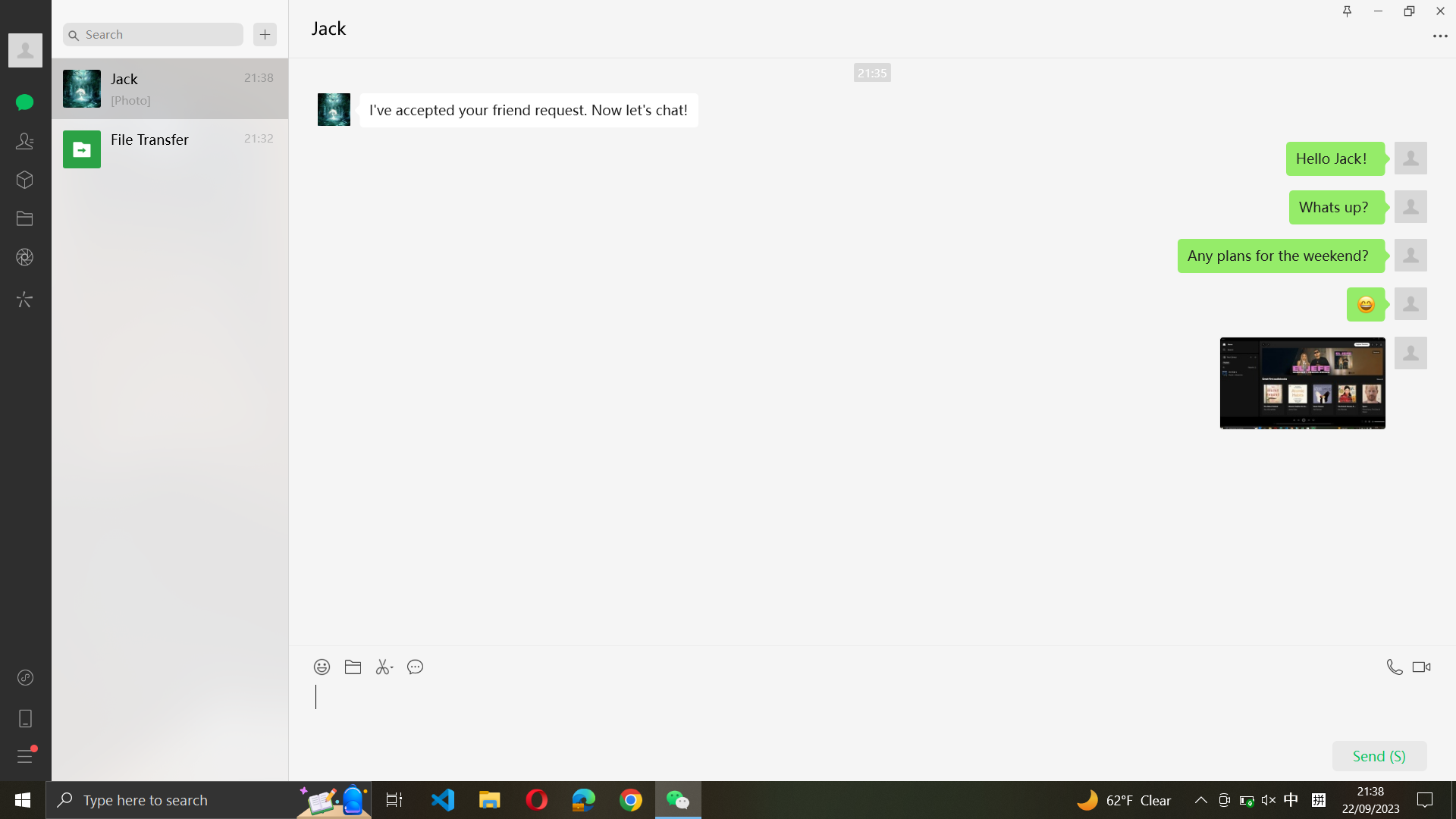 The height and width of the screenshot is (819, 1456). I want to click on Unfold the complete profile information of Jack, so click(25, 52).